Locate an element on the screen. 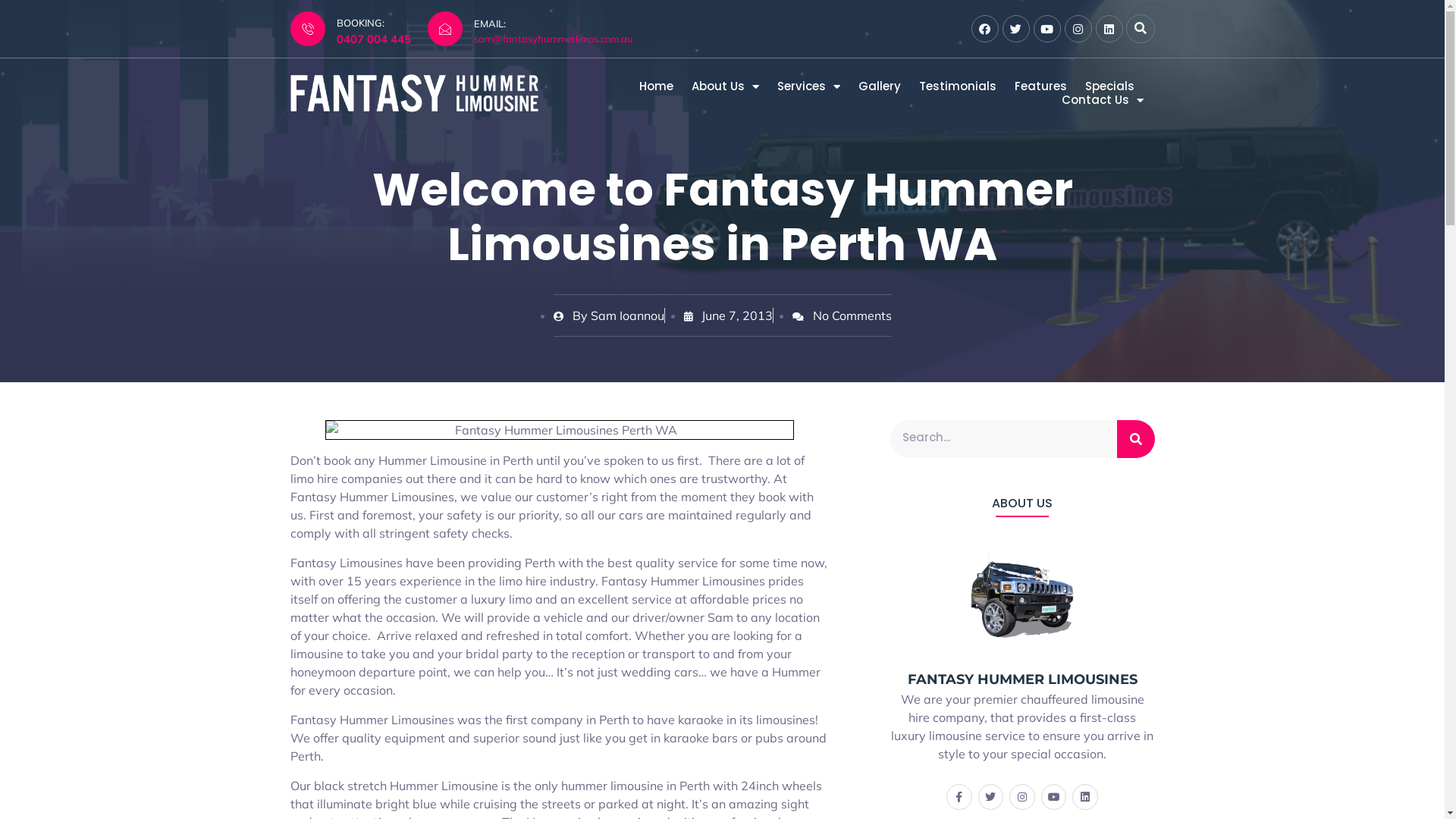 This screenshot has width=1456, height=819. 'sam@fantasyhummerlimos.com.au' is located at coordinates (552, 37).